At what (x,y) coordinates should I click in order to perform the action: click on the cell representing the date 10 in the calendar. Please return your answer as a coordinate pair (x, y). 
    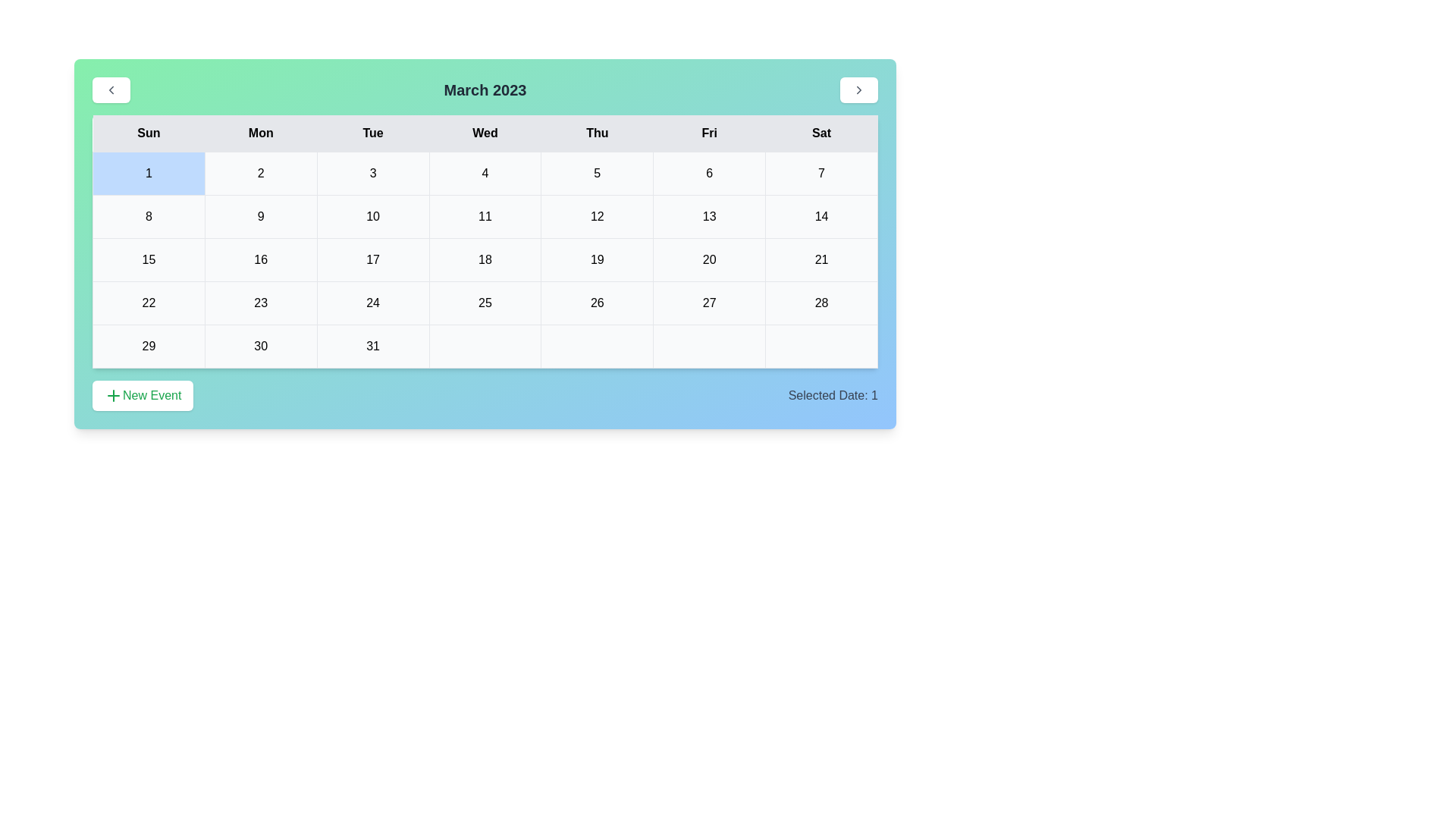
    Looking at the image, I should click on (372, 216).